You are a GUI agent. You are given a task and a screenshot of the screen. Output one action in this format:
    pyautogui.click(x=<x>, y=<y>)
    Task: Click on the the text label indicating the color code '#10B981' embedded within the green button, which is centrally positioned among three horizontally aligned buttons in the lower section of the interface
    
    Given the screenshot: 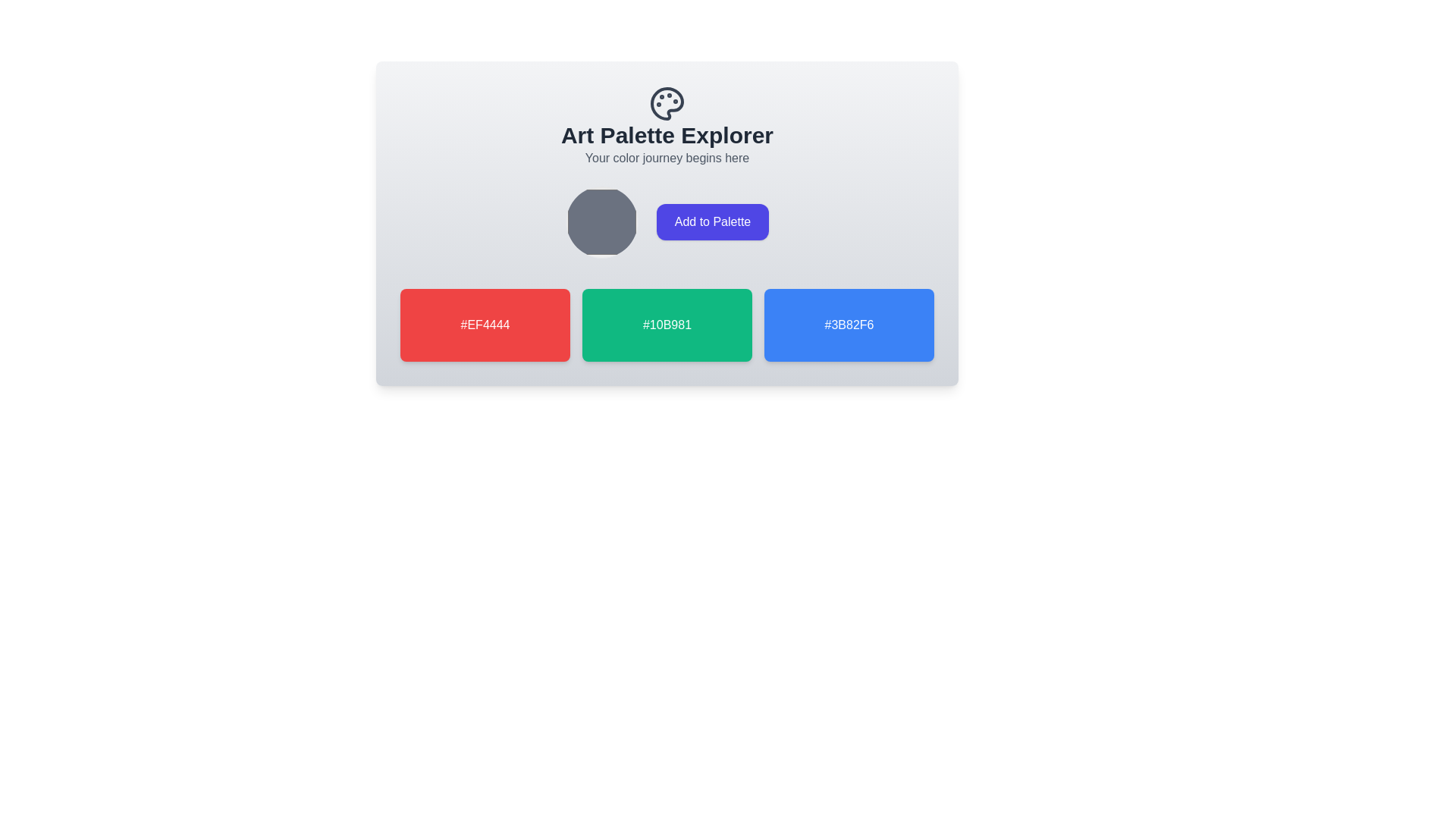 What is the action you would take?
    pyautogui.click(x=667, y=324)
    